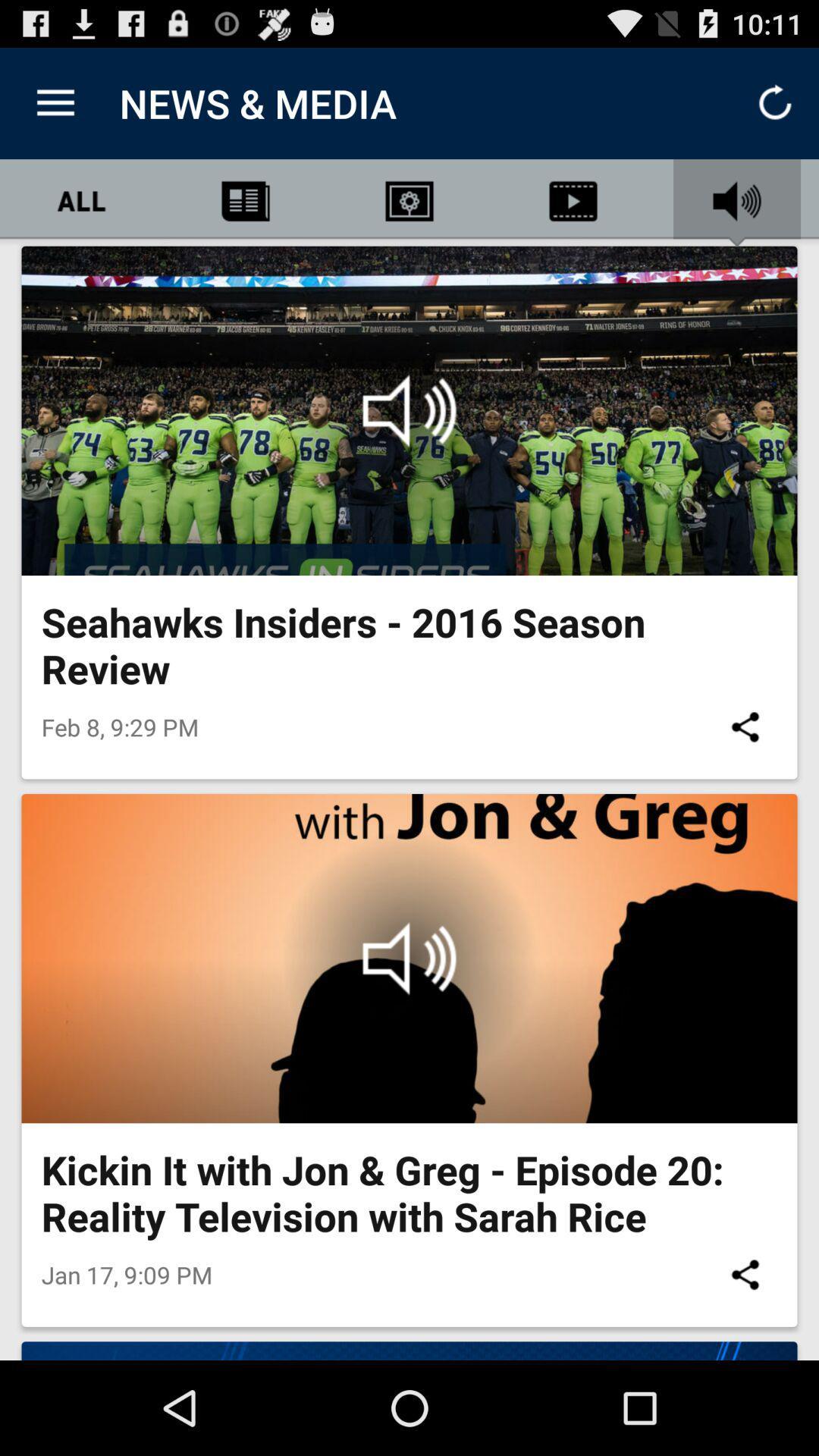 This screenshot has width=819, height=1456. Describe the element at coordinates (573, 200) in the screenshot. I see `the video icon below news  media` at that location.